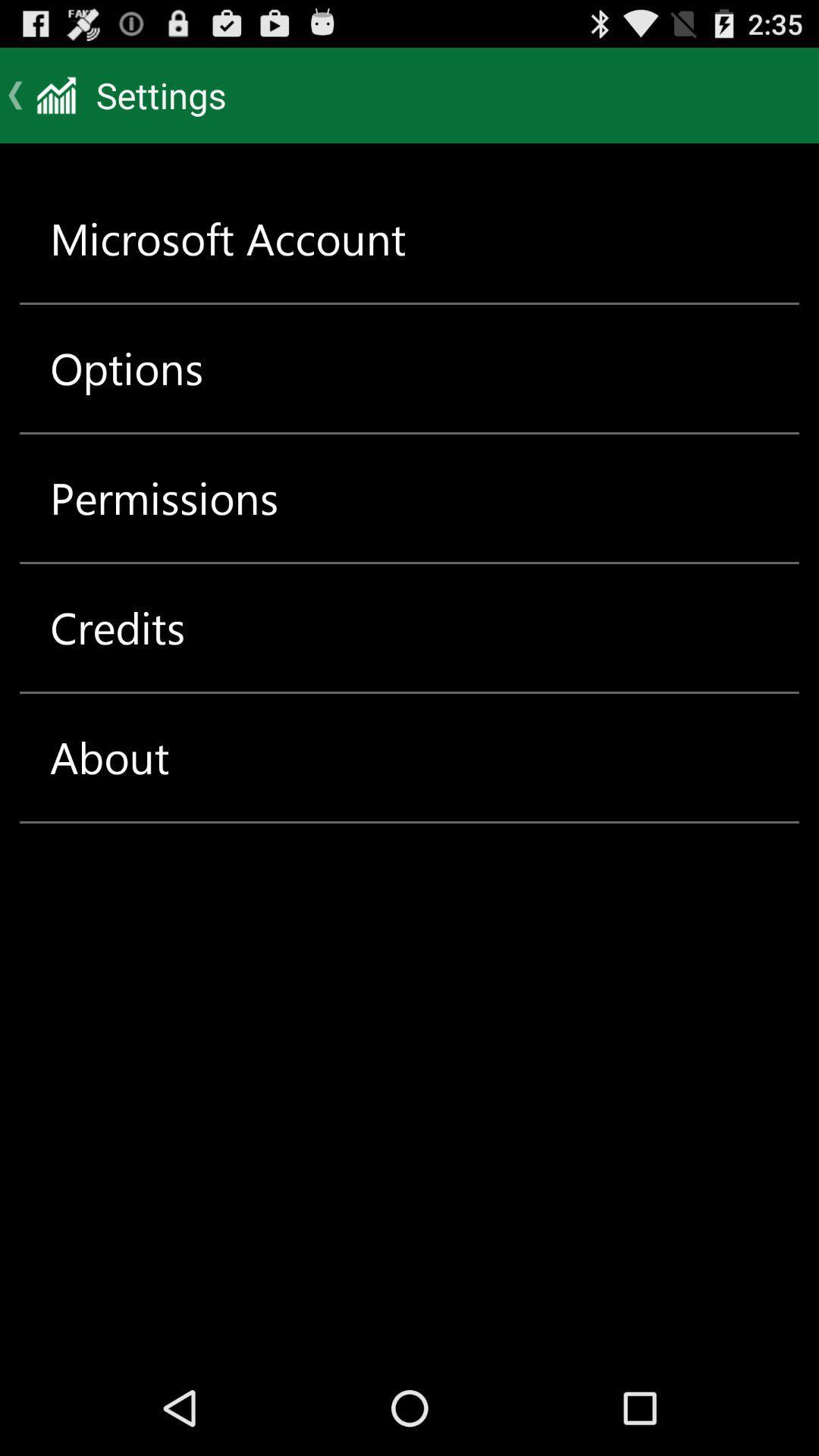  Describe the element at coordinates (164, 498) in the screenshot. I see `item above the credits icon` at that location.